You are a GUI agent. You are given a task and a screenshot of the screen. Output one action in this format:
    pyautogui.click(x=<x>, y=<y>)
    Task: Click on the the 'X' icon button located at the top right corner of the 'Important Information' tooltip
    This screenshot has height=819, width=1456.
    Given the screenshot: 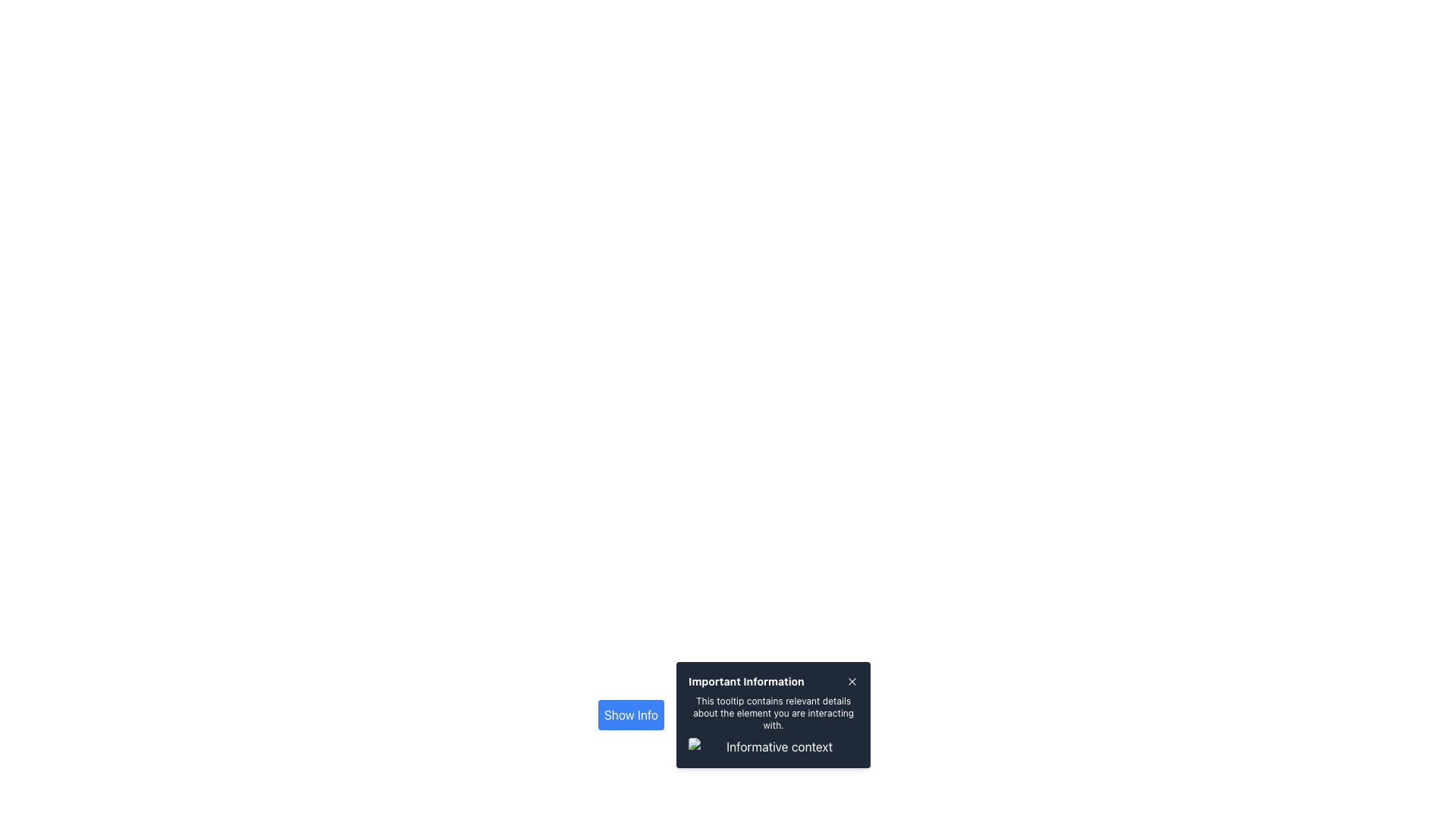 What is the action you would take?
    pyautogui.click(x=852, y=680)
    